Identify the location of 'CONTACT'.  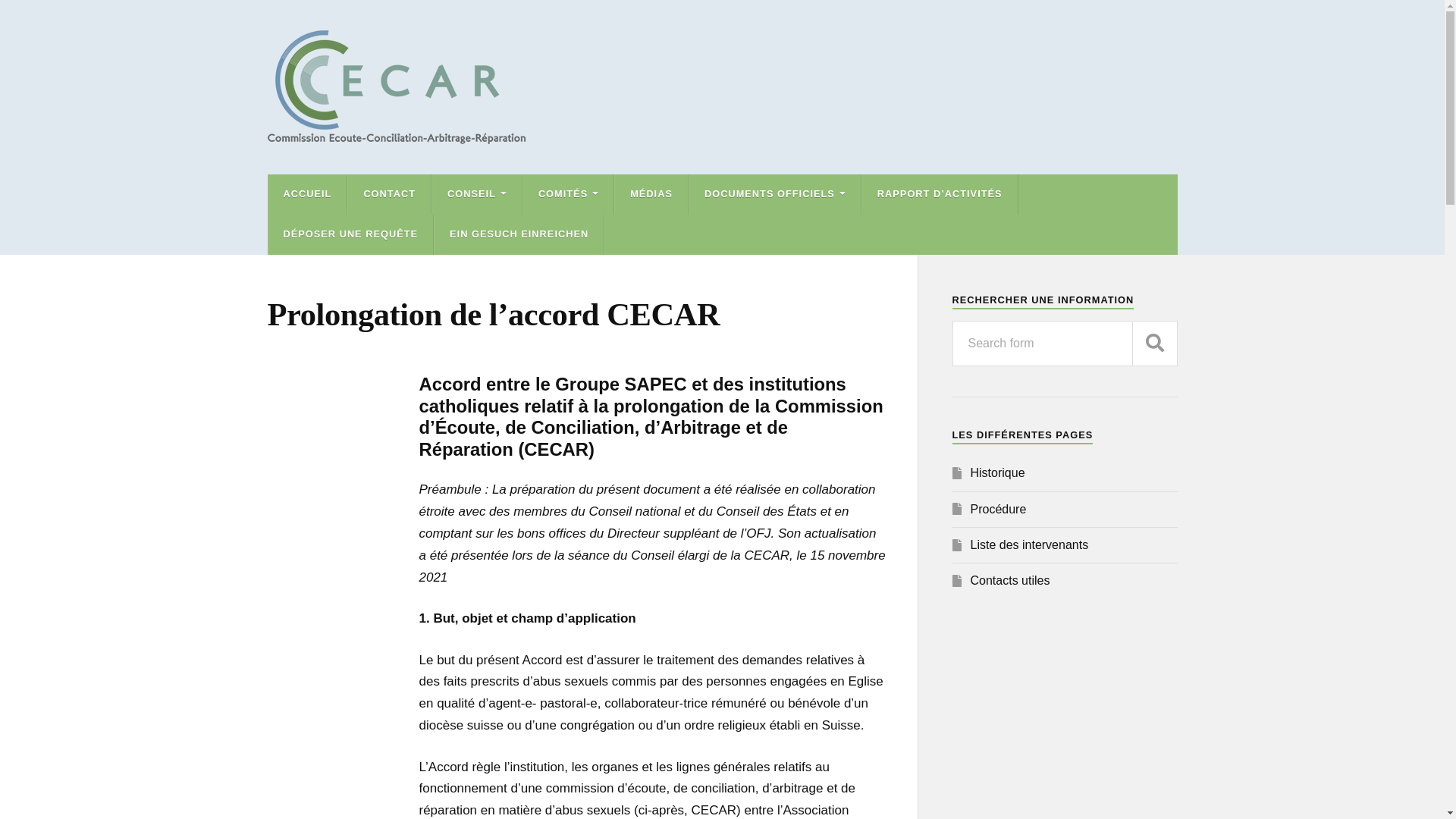
(389, 193).